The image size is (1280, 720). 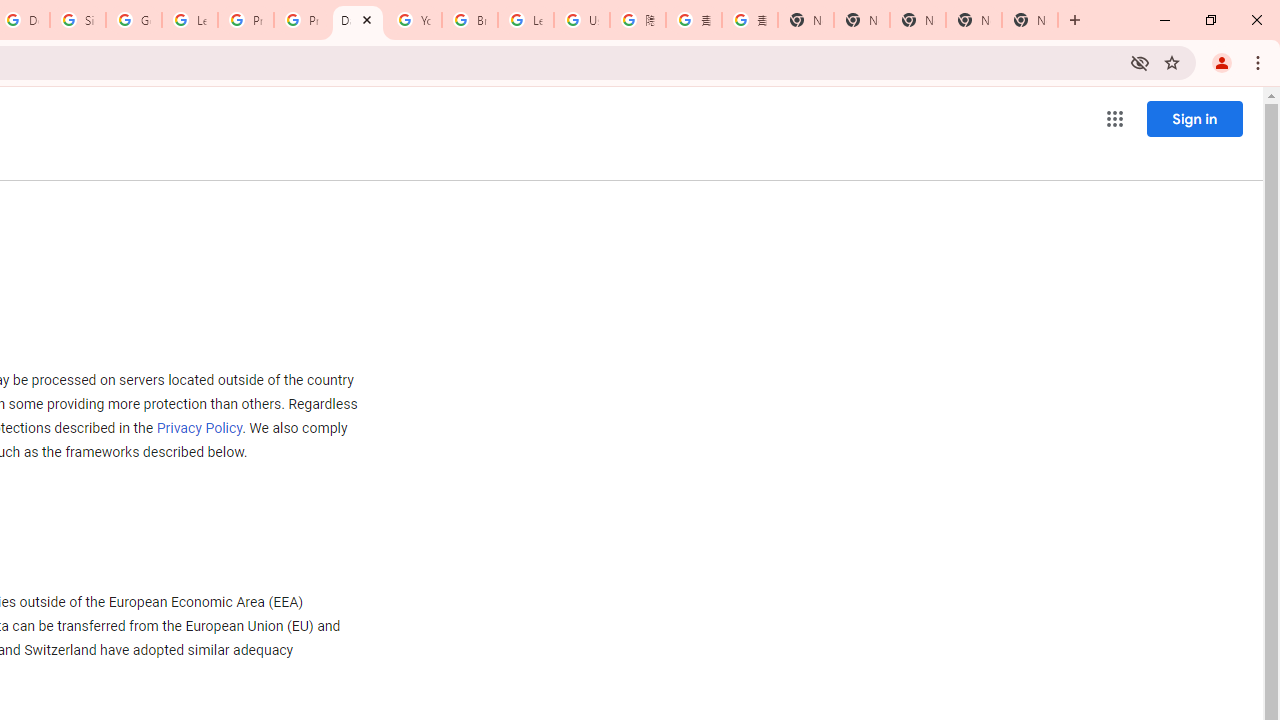 I want to click on 'YouTube', so click(x=413, y=20).